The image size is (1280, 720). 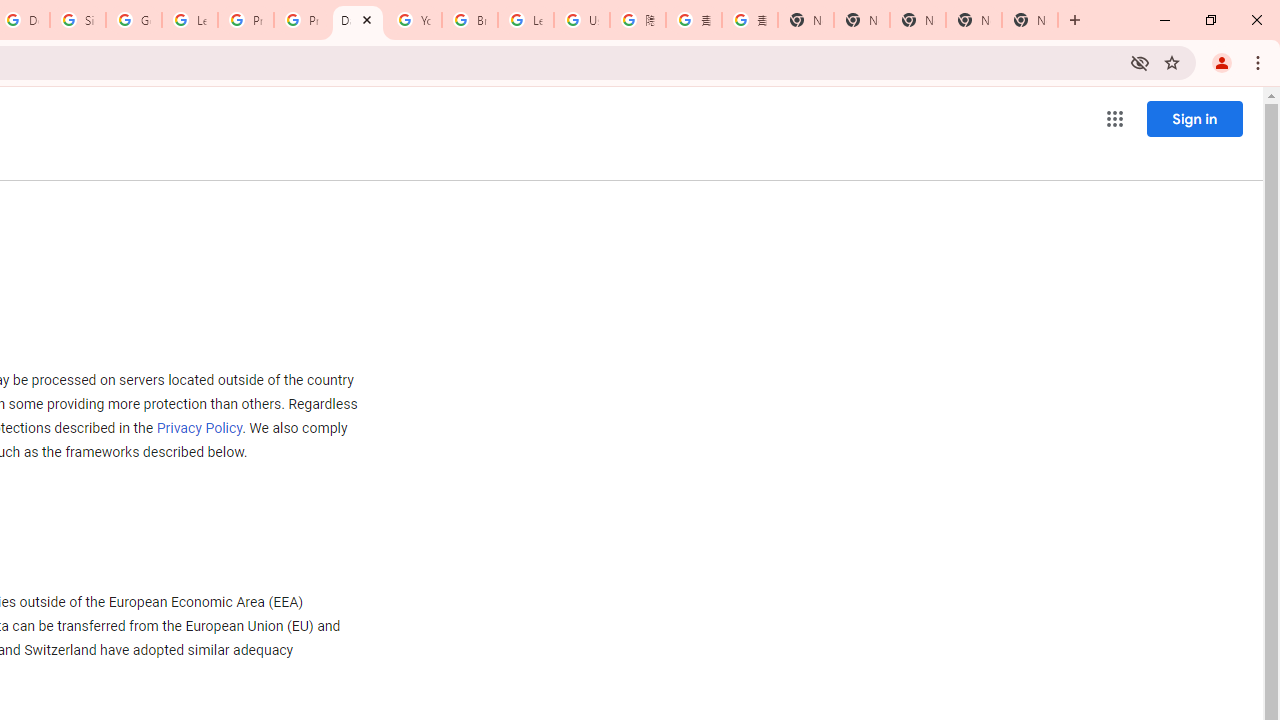 I want to click on 'YouTube', so click(x=413, y=20).